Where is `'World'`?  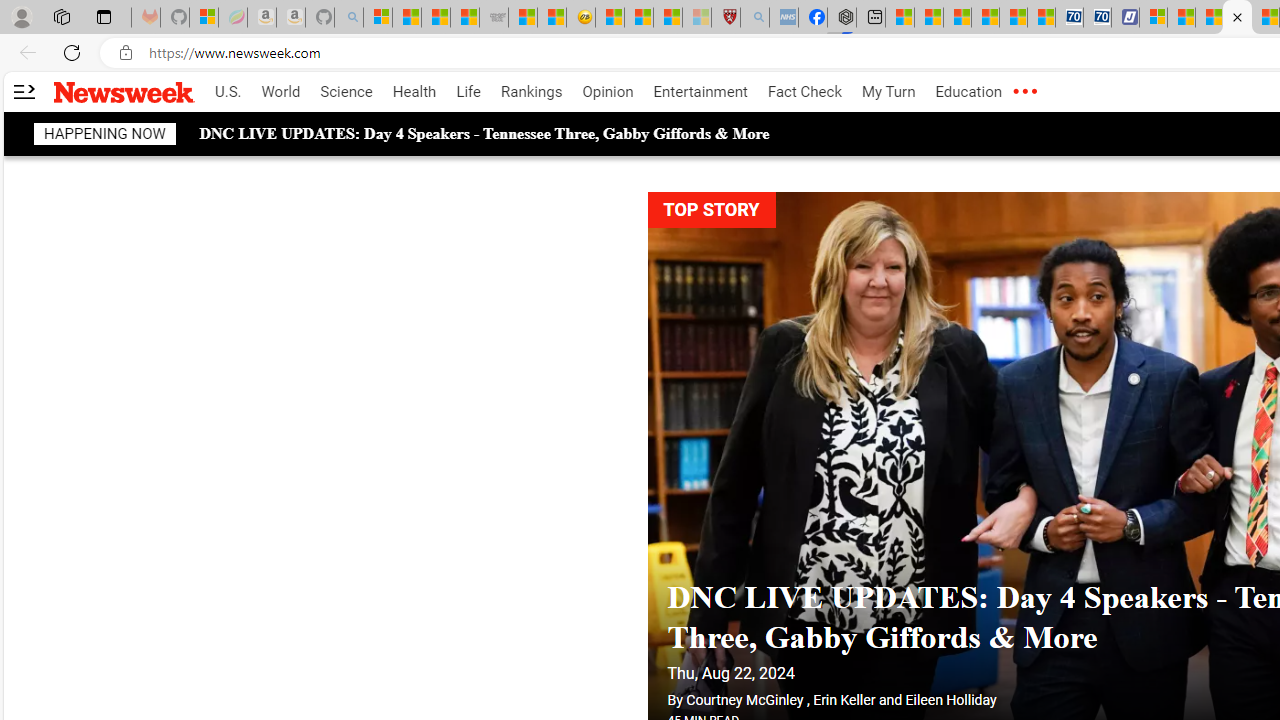
'World' is located at coordinates (279, 92).